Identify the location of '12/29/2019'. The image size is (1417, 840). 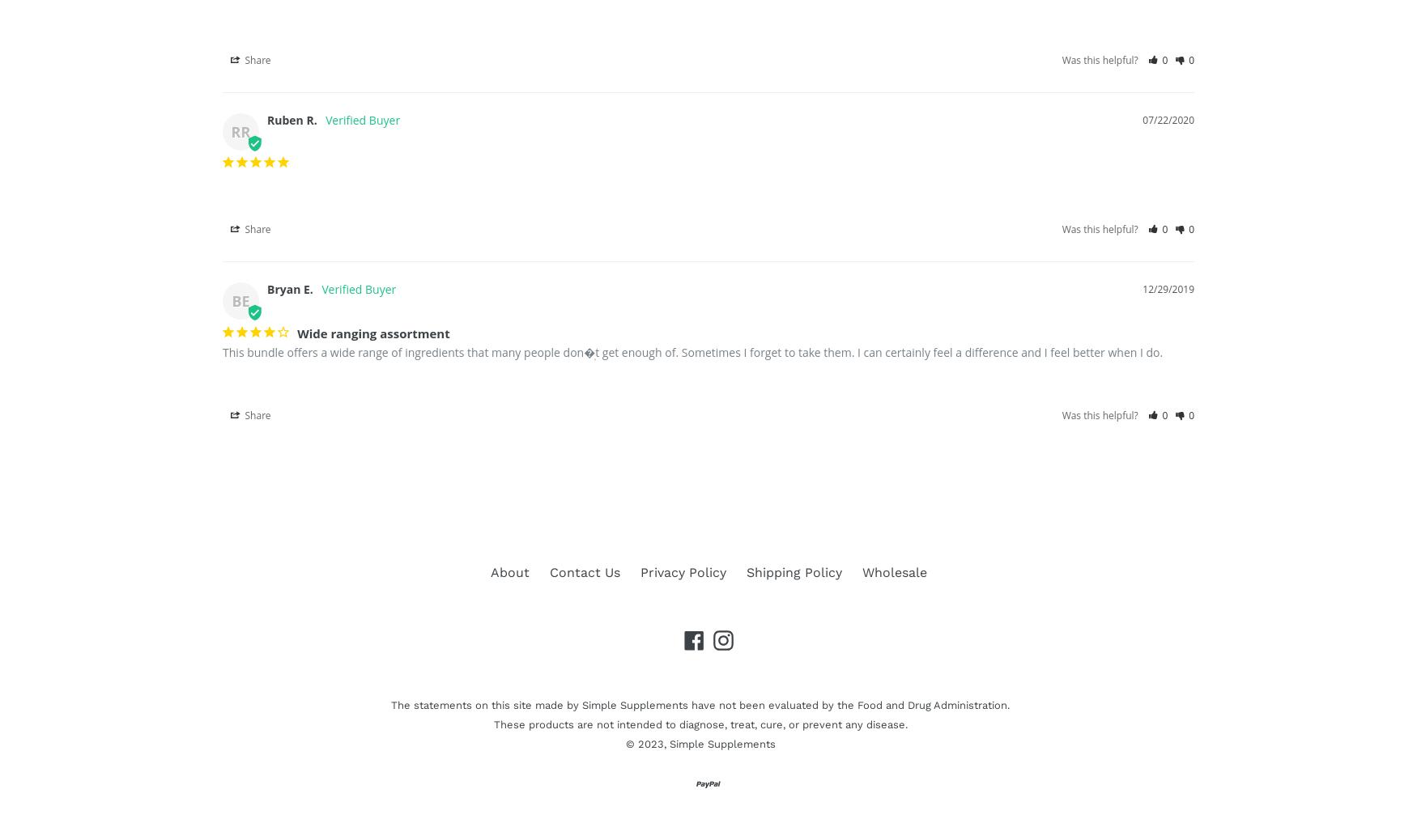
(1168, 288).